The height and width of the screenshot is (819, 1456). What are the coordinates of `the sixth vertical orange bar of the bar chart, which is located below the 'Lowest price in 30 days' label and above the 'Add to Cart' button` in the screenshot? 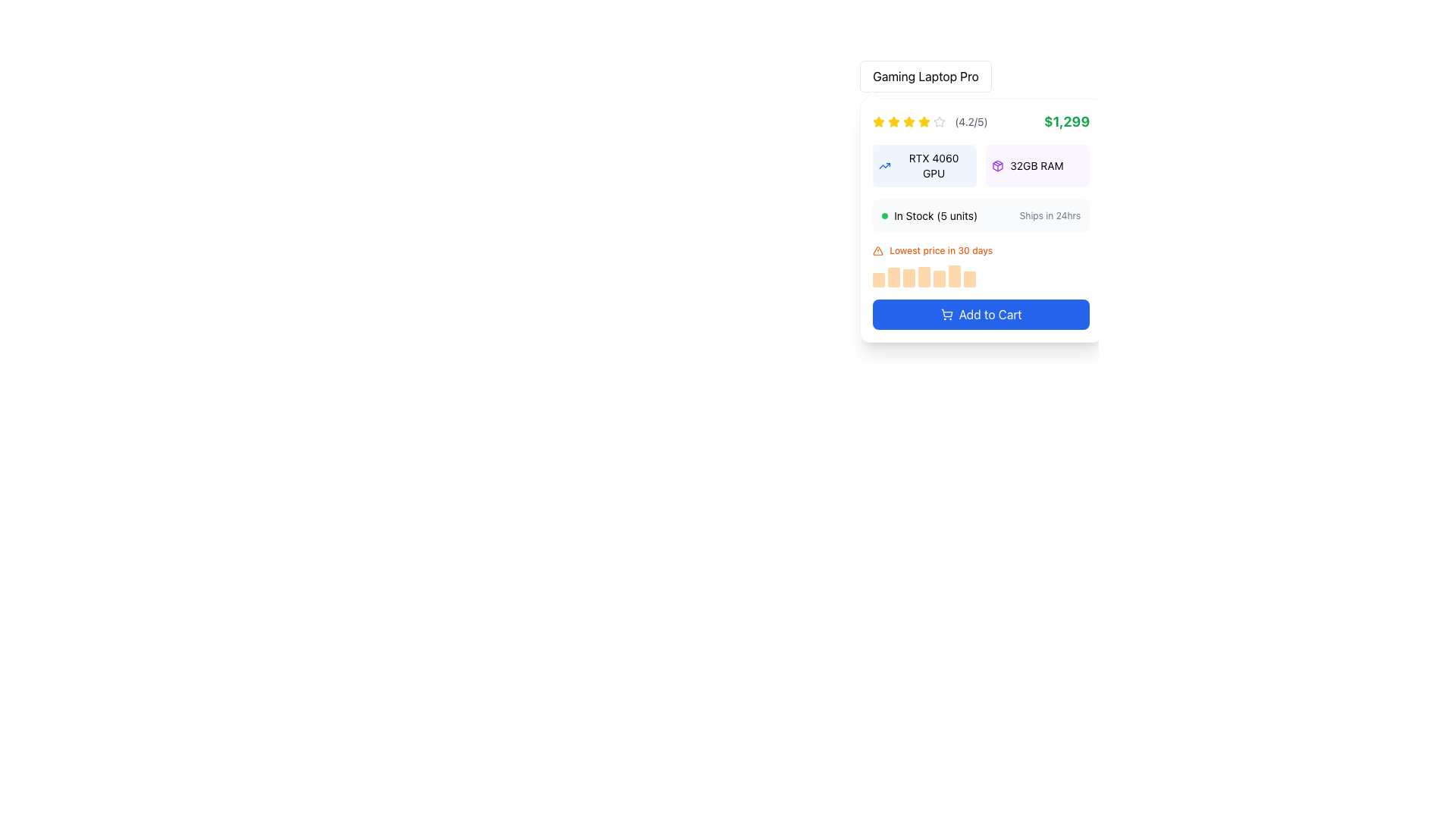 It's located at (954, 276).